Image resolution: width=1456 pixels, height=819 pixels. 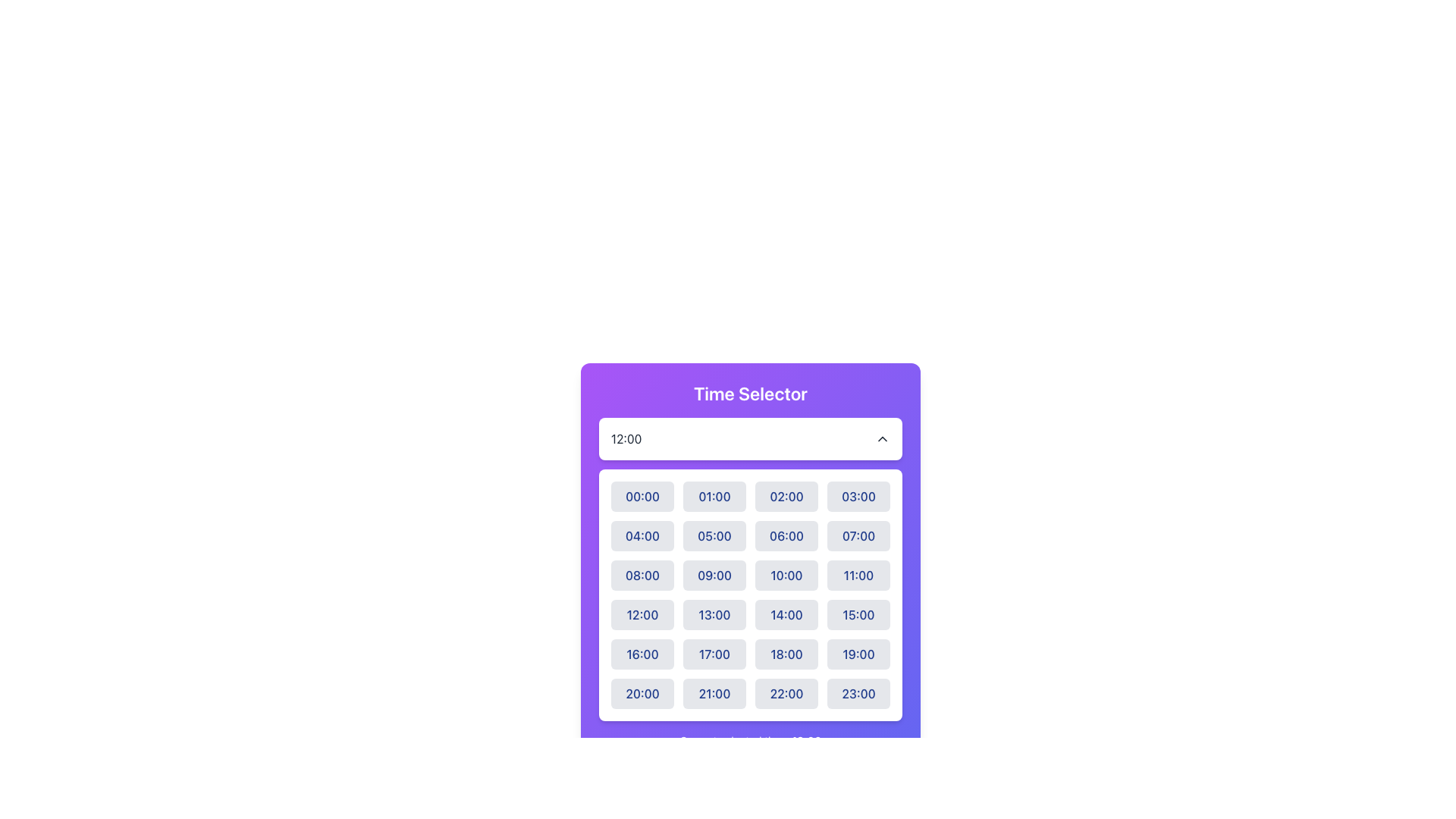 I want to click on the interactive button labeled '10:00' with a light gray background in the third column of the third row of the time selection grid, so click(x=750, y=564).